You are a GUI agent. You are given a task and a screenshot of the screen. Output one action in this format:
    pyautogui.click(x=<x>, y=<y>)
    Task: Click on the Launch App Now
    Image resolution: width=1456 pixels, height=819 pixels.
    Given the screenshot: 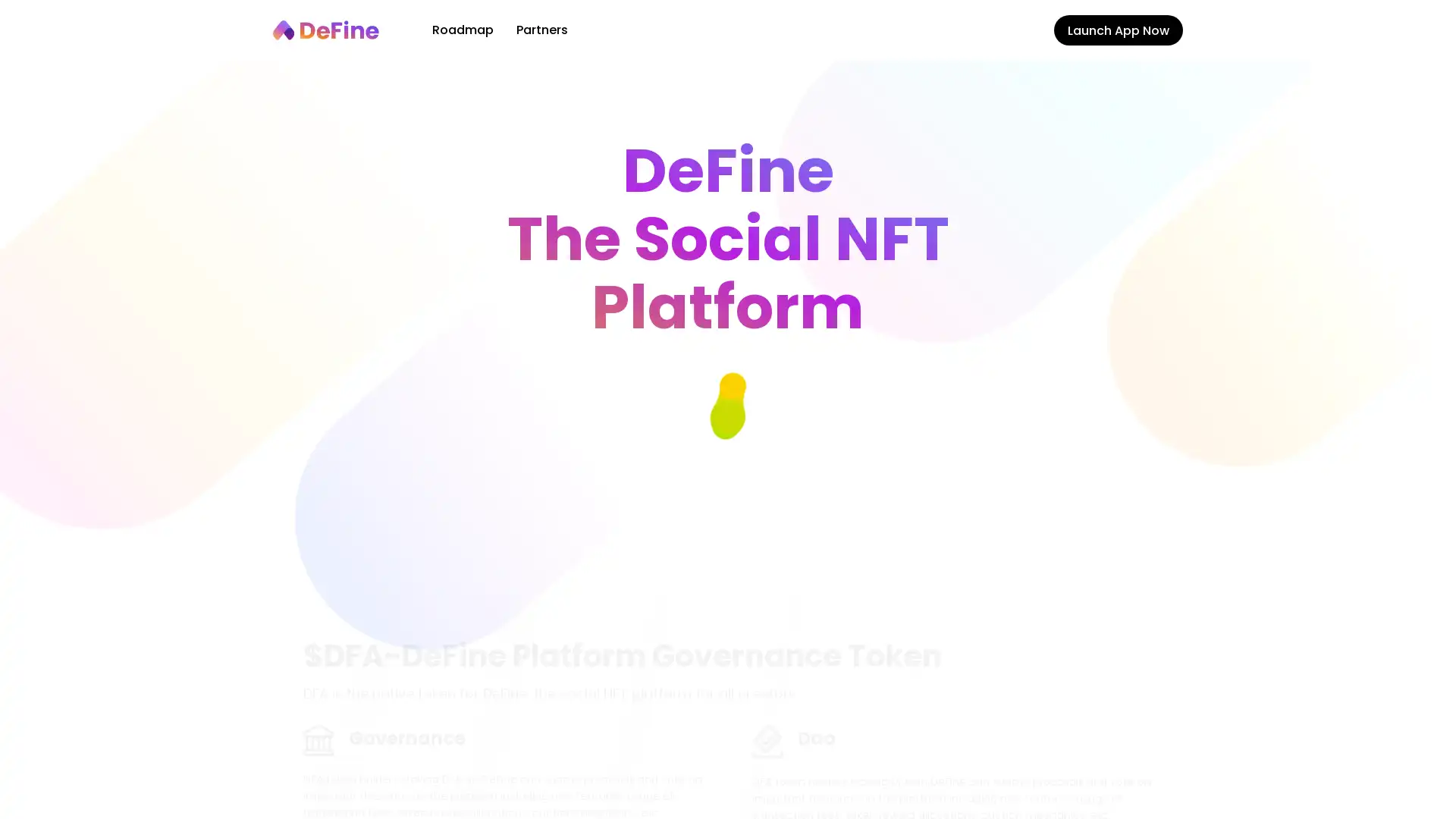 What is the action you would take?
    pyautogui.click(x=1118, y=30)
    